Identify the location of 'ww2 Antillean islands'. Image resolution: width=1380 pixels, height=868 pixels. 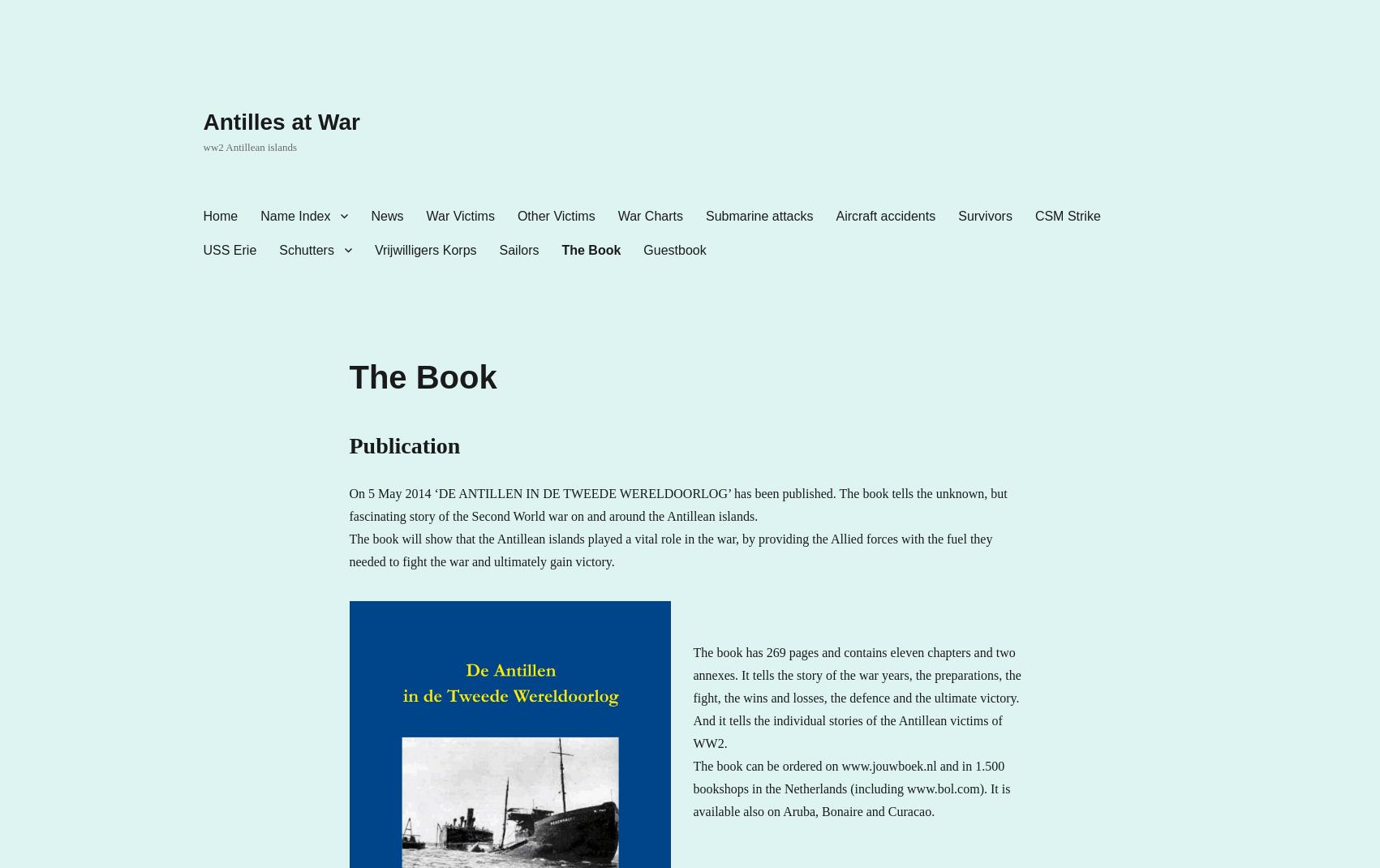
(250, 146).